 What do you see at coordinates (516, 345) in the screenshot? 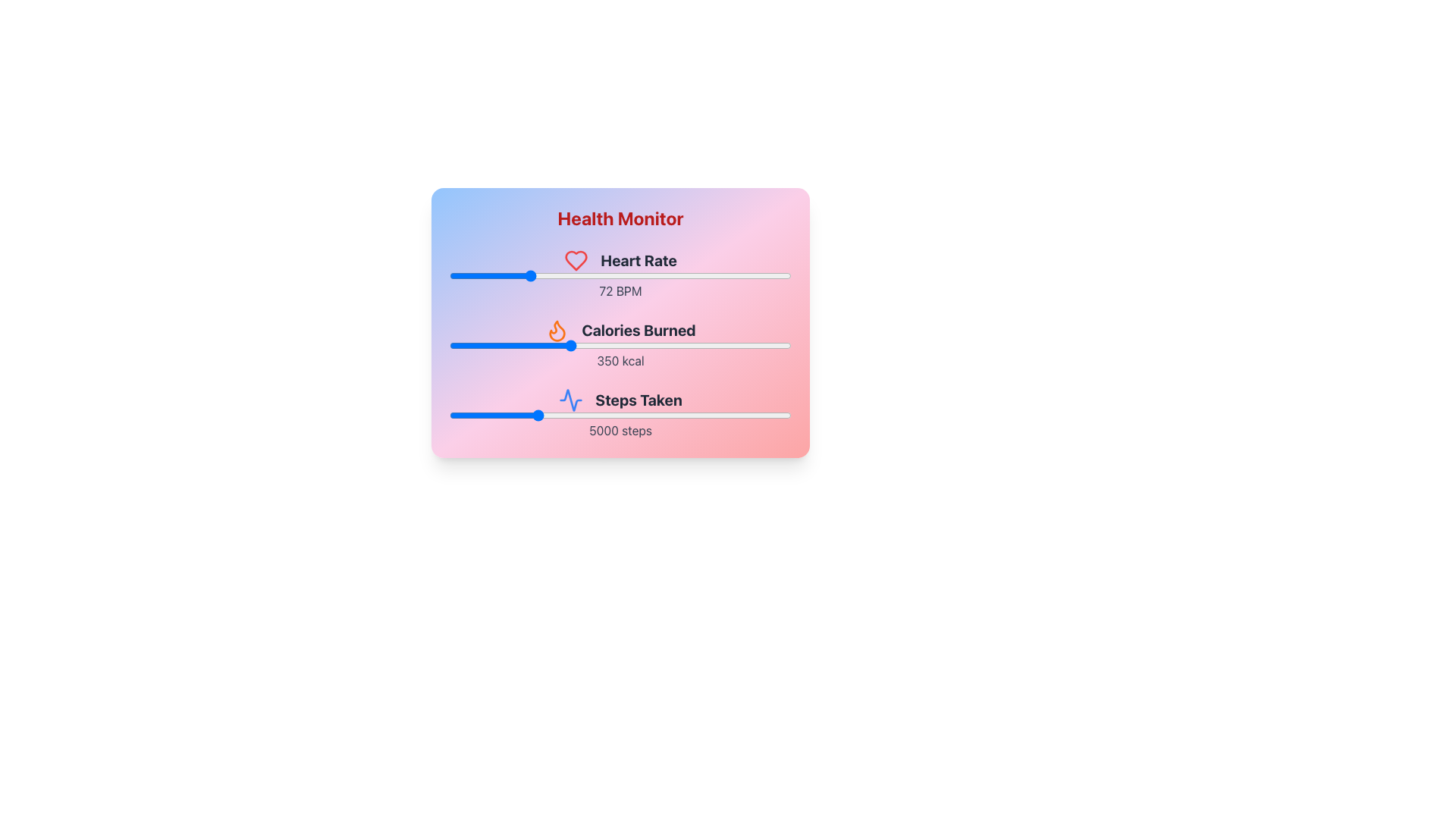
I see `the calories burned slider` at bounding box center [516, 345].